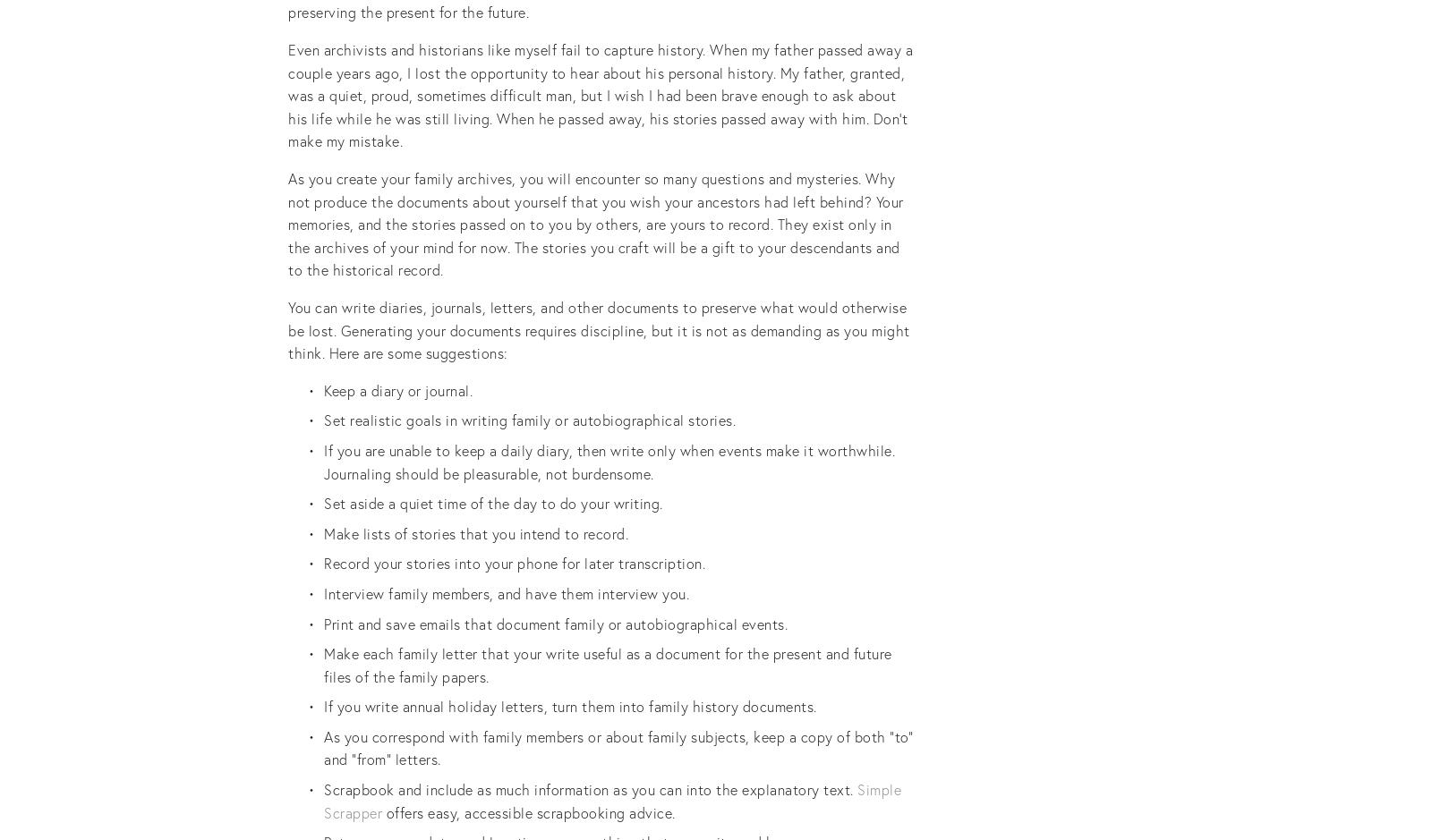 This screenshot has width=1432, height=840. Describe the element at coordinates (506, 592) in the screenshot. I see `'Interview family members, and have them interview you.'` at that location.